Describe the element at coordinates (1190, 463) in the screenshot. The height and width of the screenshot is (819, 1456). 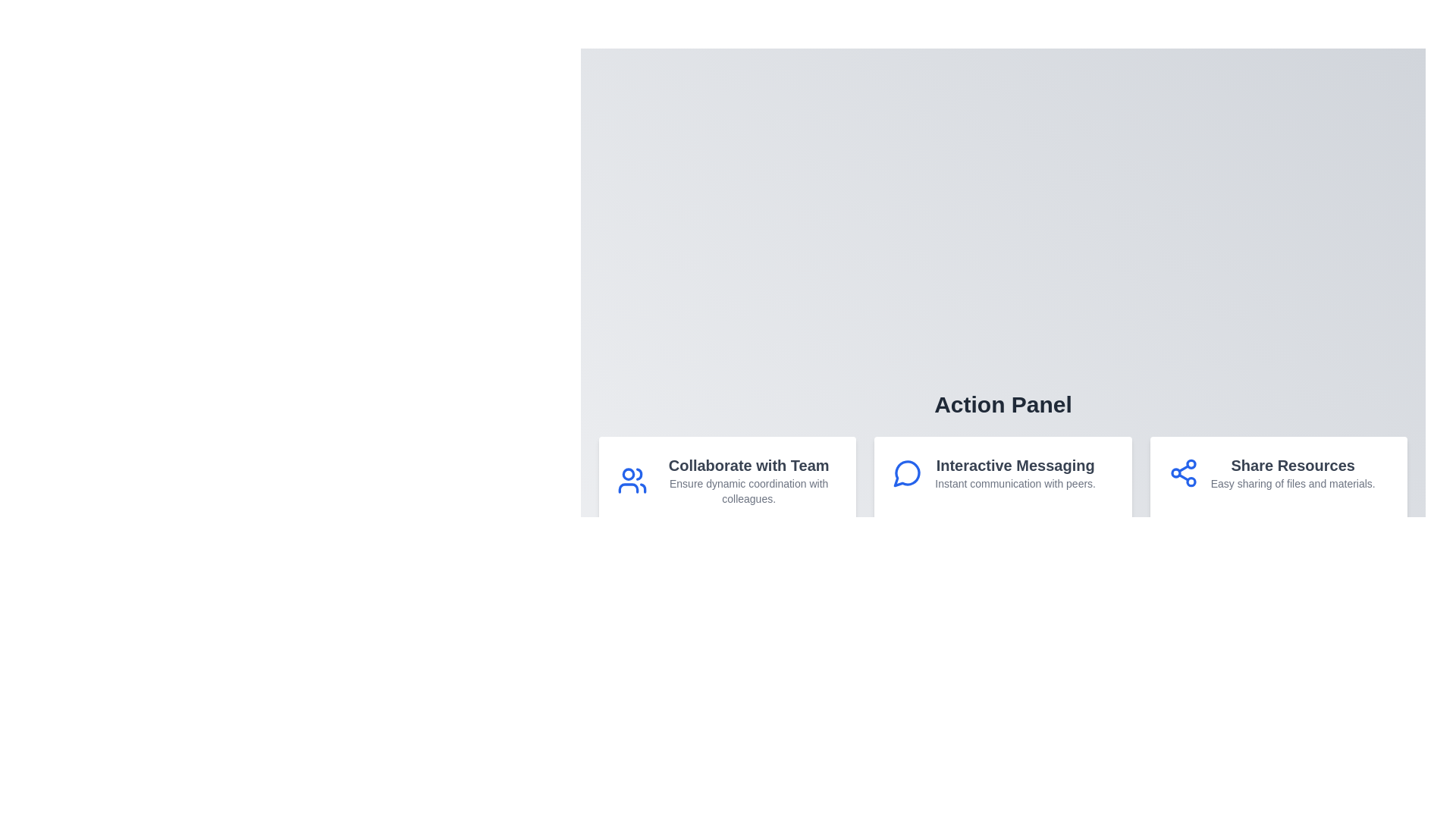
I see `the topmost circular node within the share icon located under the 'Share Resources' section of the Action Panel` at that location.